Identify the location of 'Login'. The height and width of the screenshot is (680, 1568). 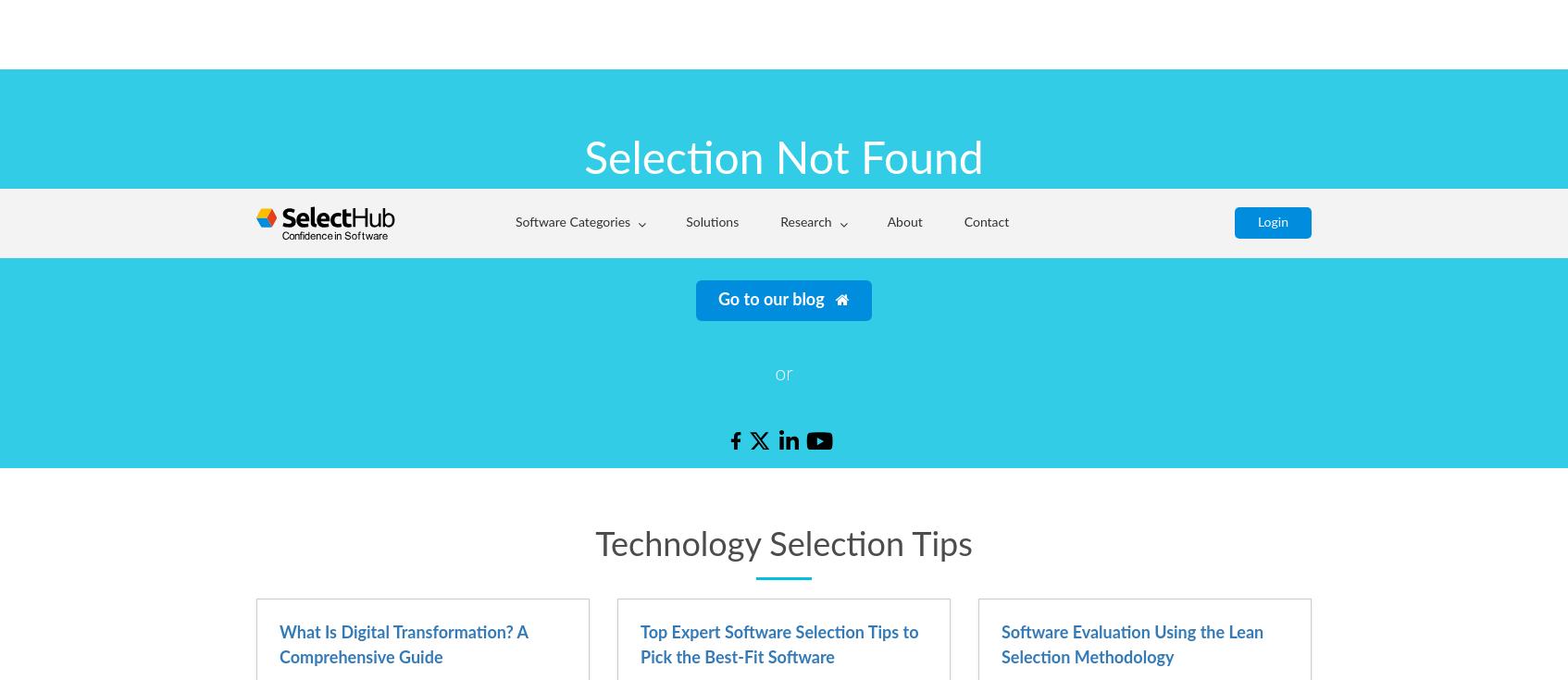
(1272, 32).